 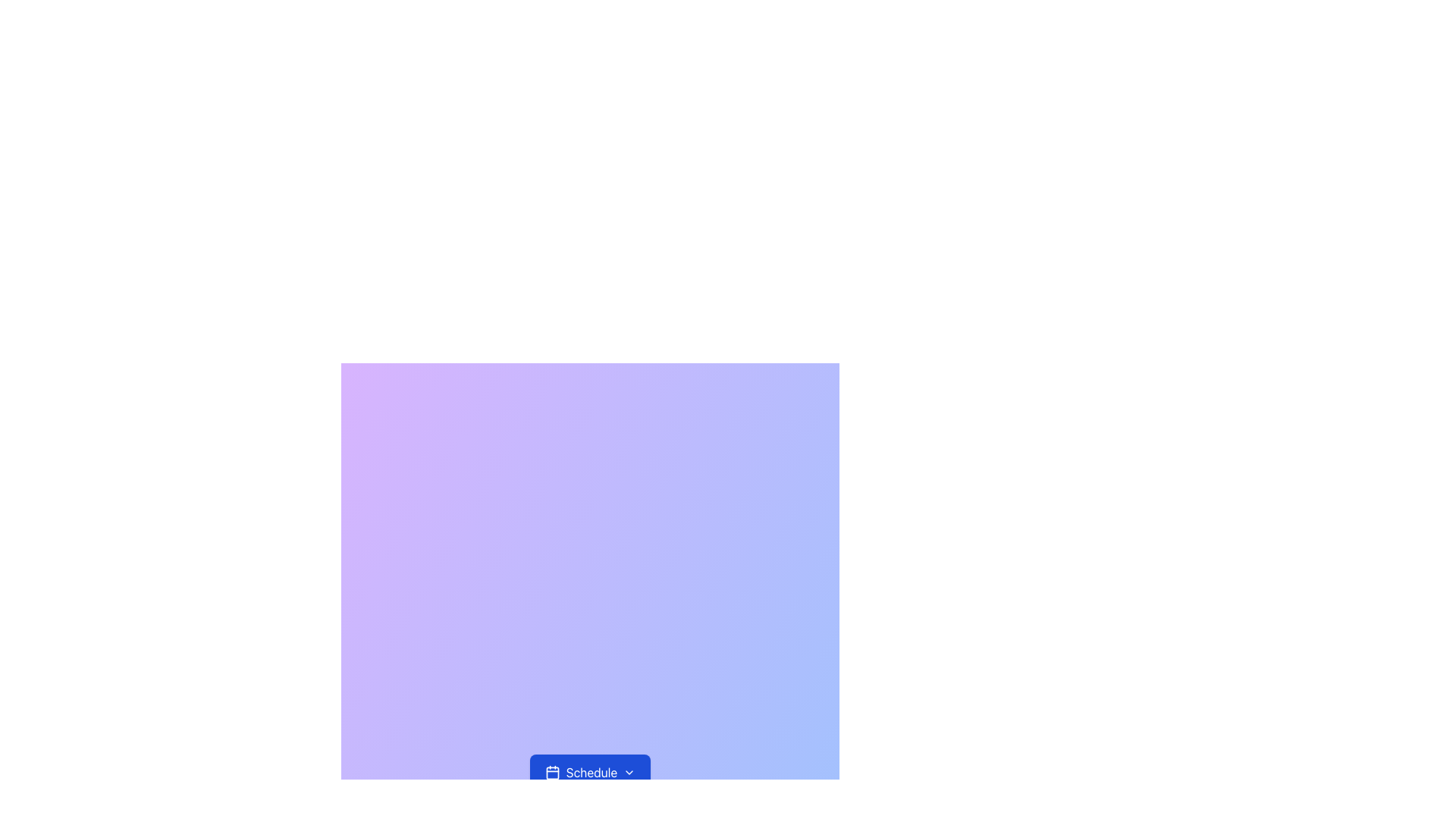 What do you see at coordinates (629, 772) in the screenshot?
I see `the small downward-pointing chevron icon located on the right side of the 'Schedule' button` at bounding box center [629, 772].